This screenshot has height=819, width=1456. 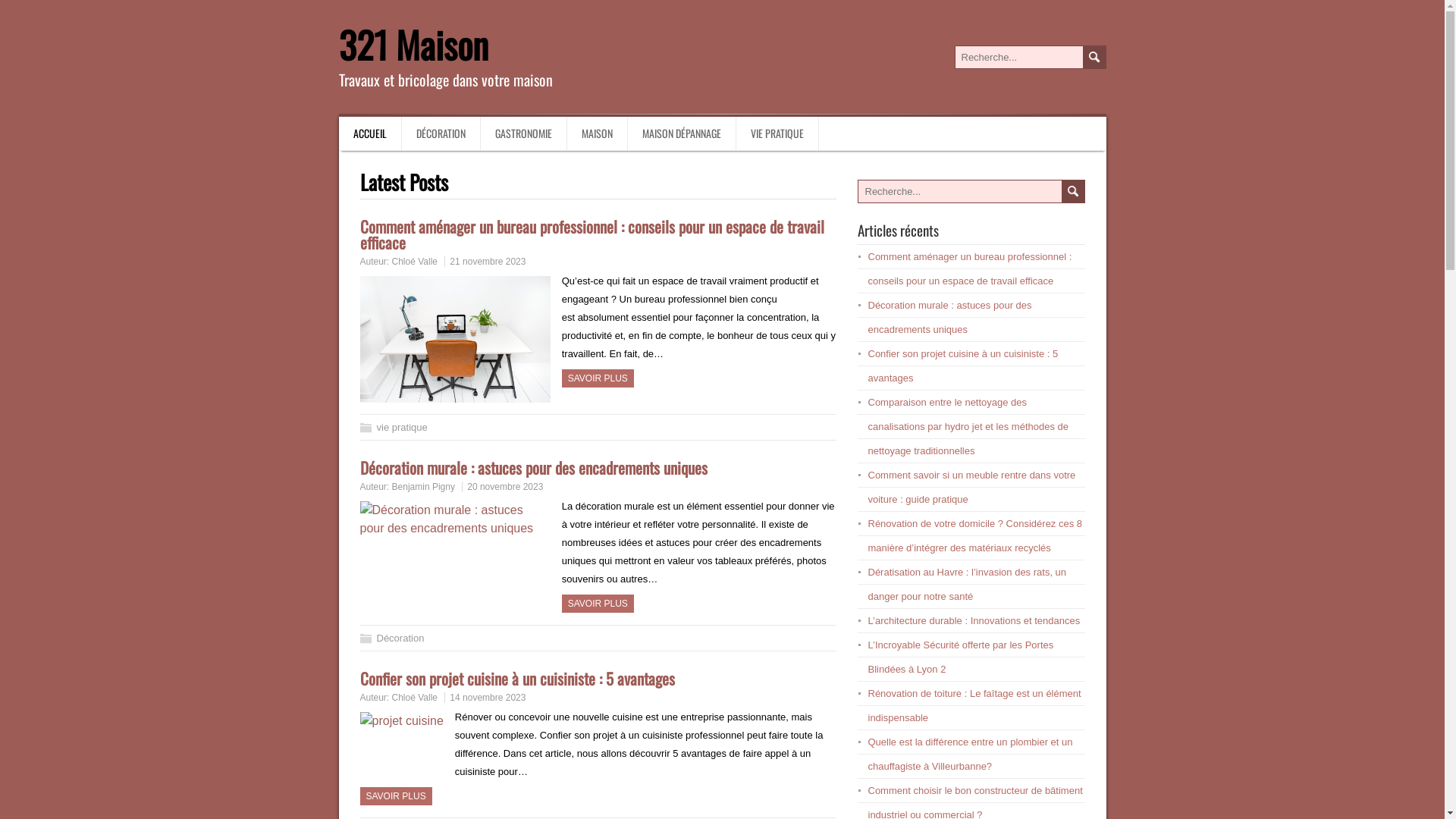 I want to click on 'MAISON', so click(x=596, y=133).